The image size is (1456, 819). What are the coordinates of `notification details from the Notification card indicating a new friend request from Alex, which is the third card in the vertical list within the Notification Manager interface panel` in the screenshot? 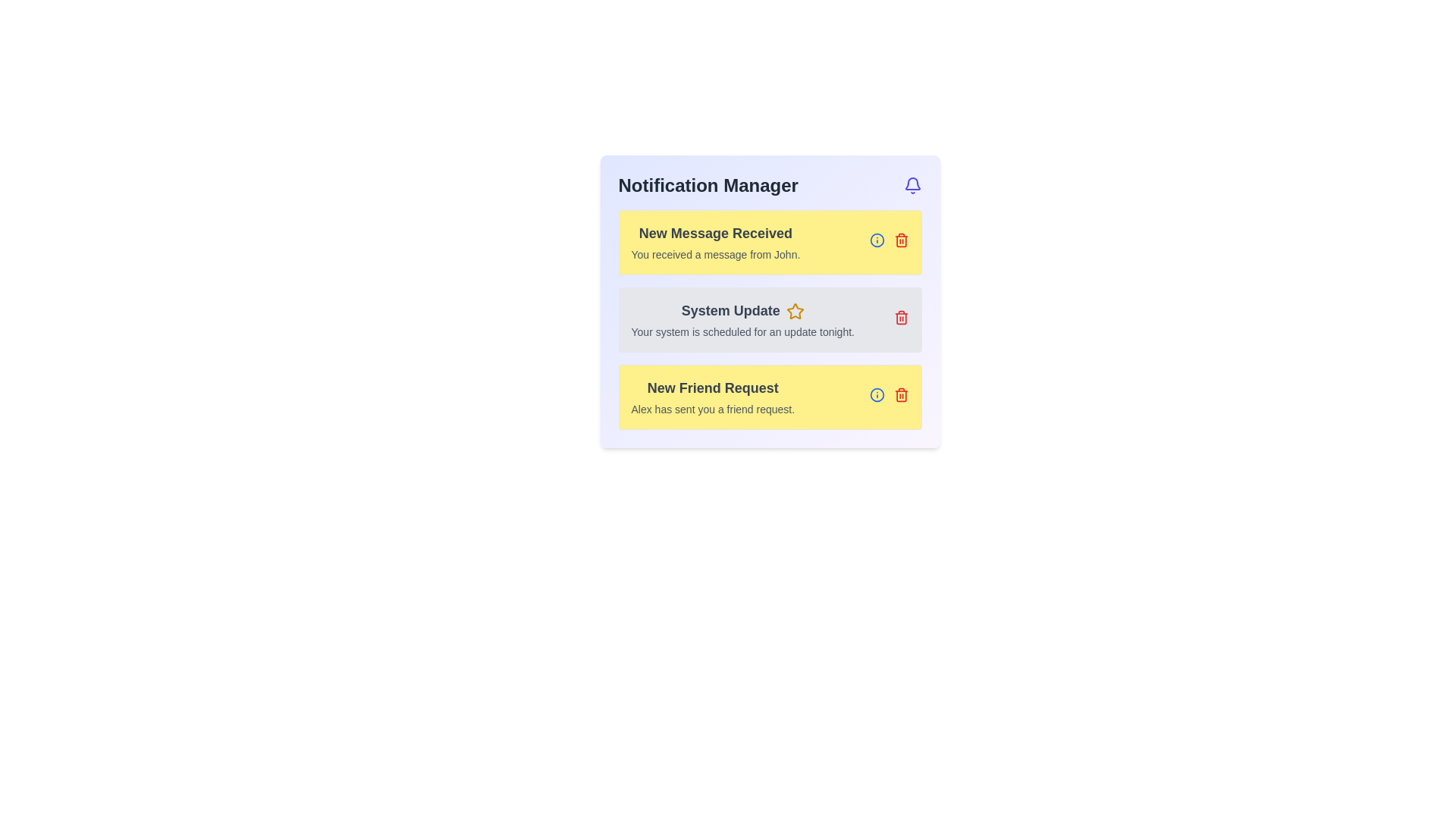 It's located at (712, 397).